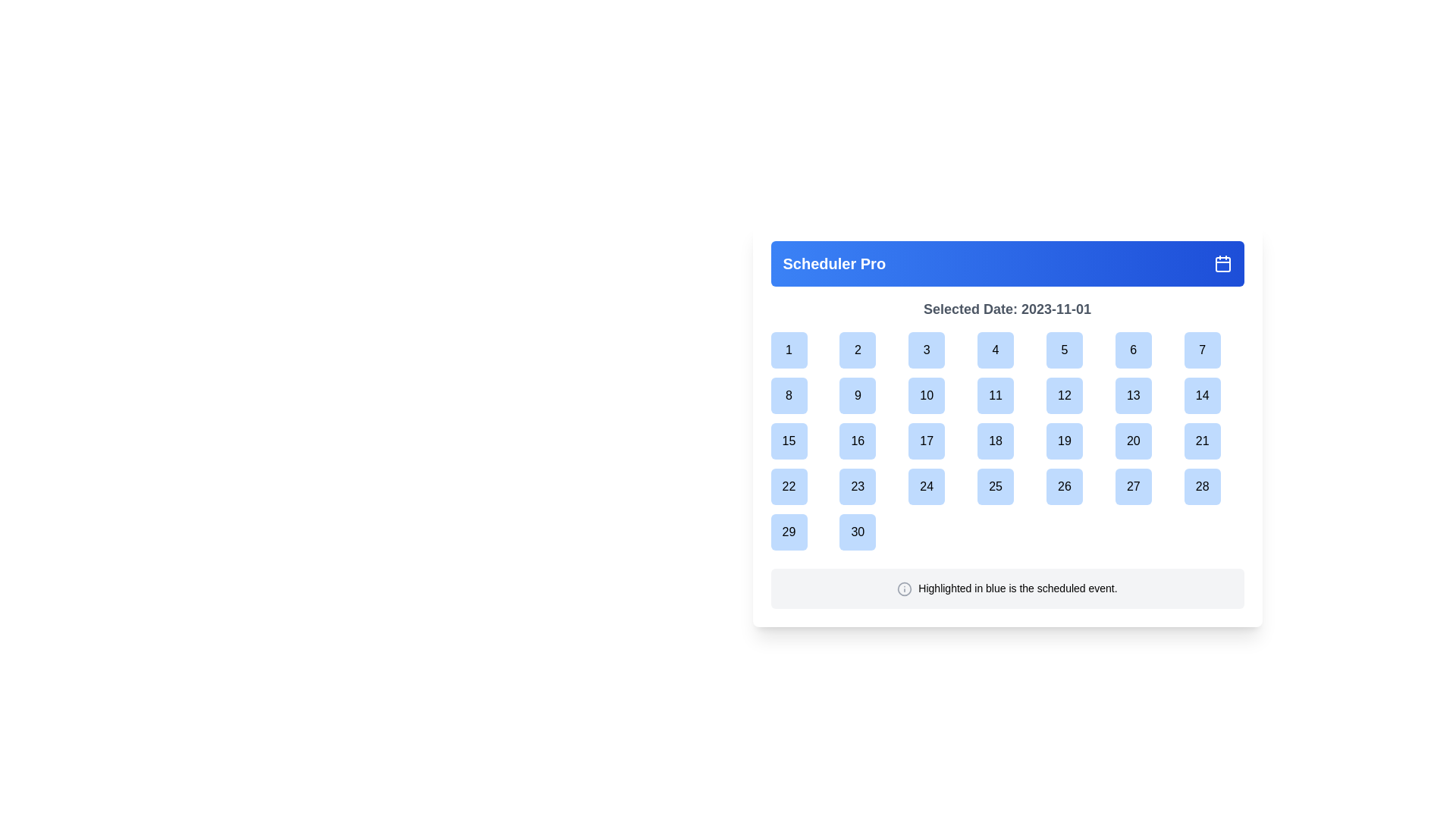 The image size is (1456, 819). I want to click on the tooltip providing additional information about the calendar date '23', located centrally below the date cell in the calendar grid, so click(871, 516).